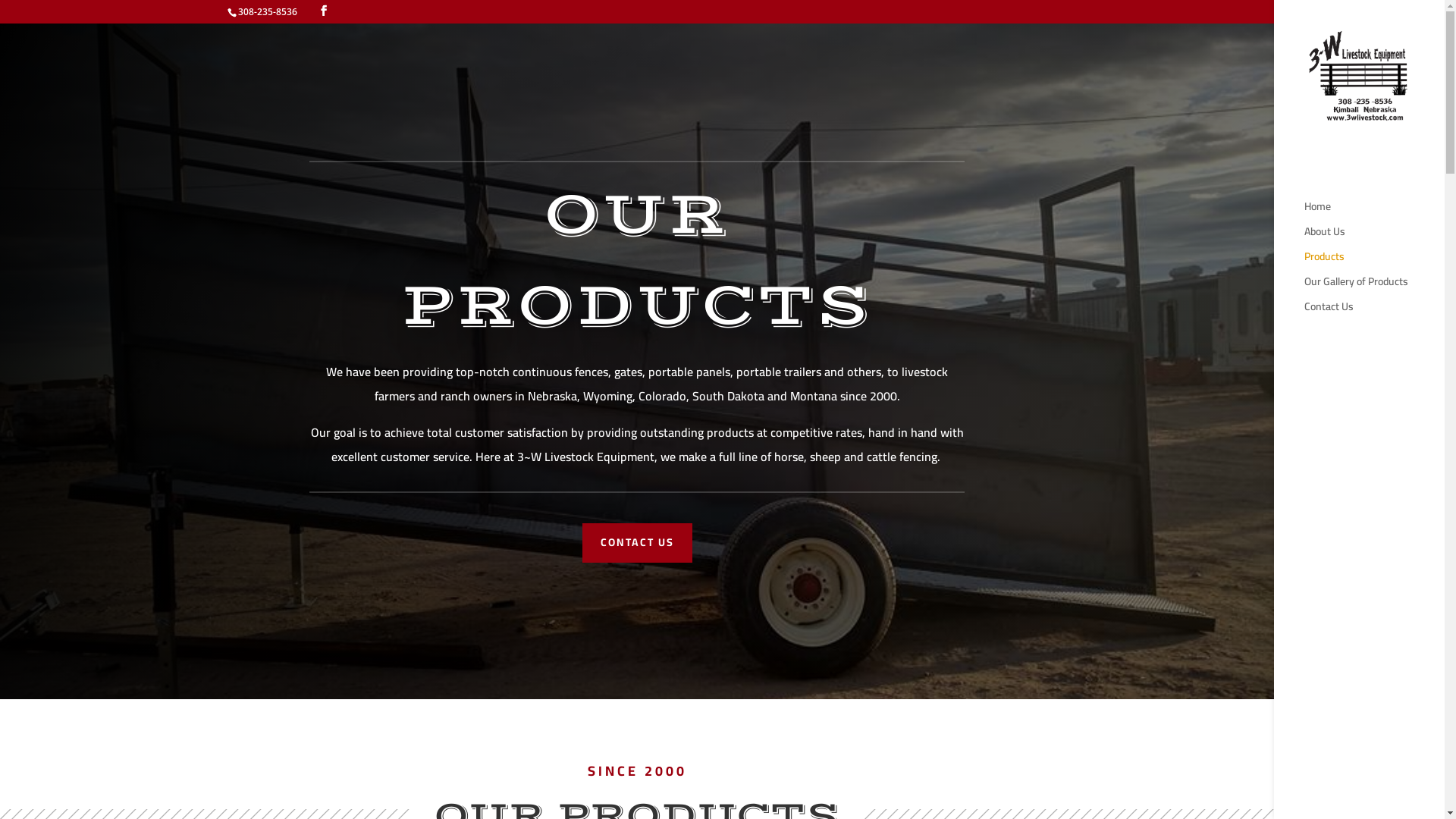 This screenshot has height=819, width=1456. What do you see at coordinates (637, 542) in the screenshot?
I see `'CONTACT US'` at bounding box center [637, 542].